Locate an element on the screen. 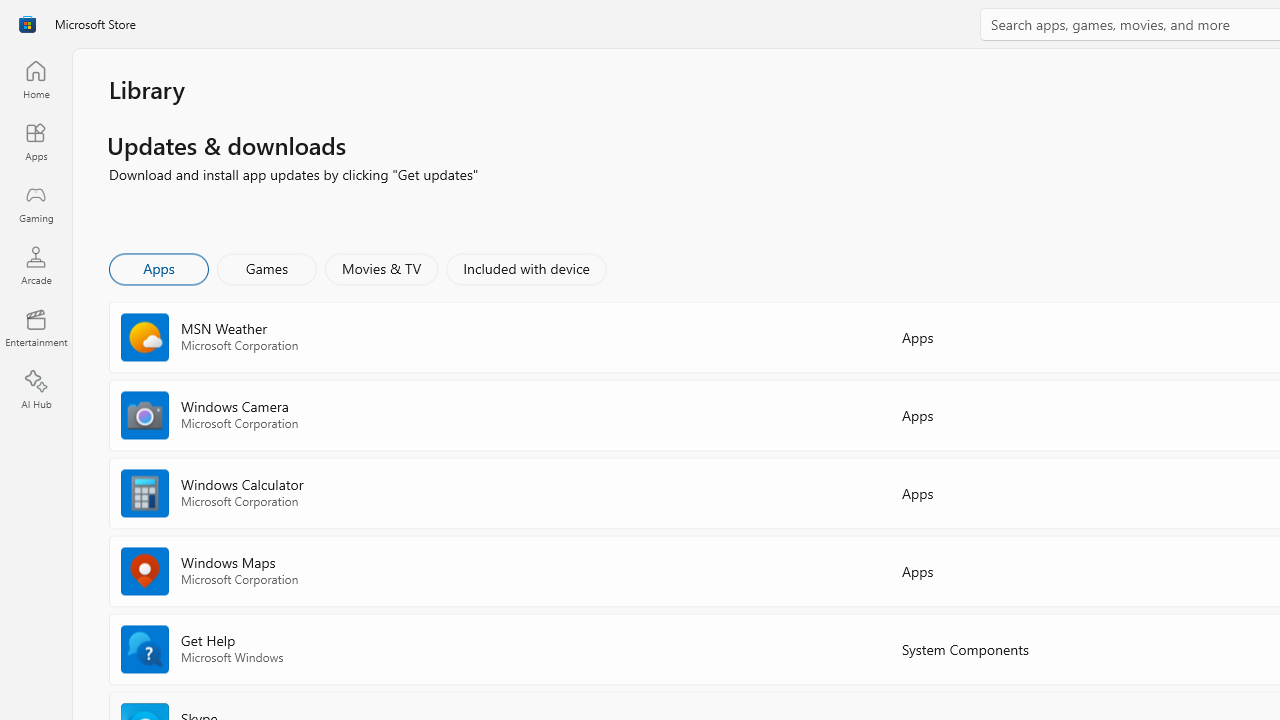  'Included with device' is located at coordinates (525, 267).